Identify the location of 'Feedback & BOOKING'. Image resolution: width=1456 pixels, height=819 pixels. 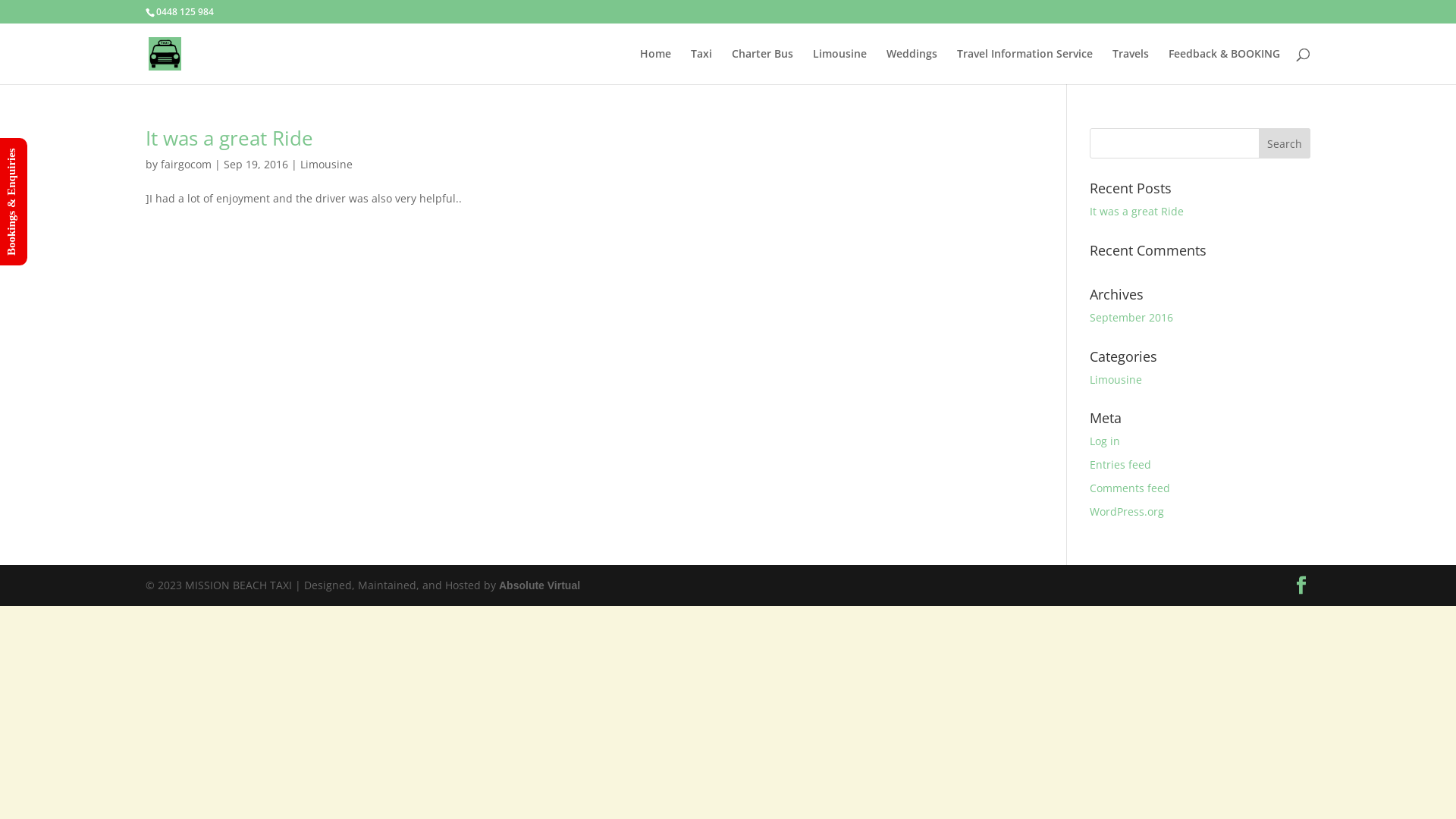
(1224, 65).